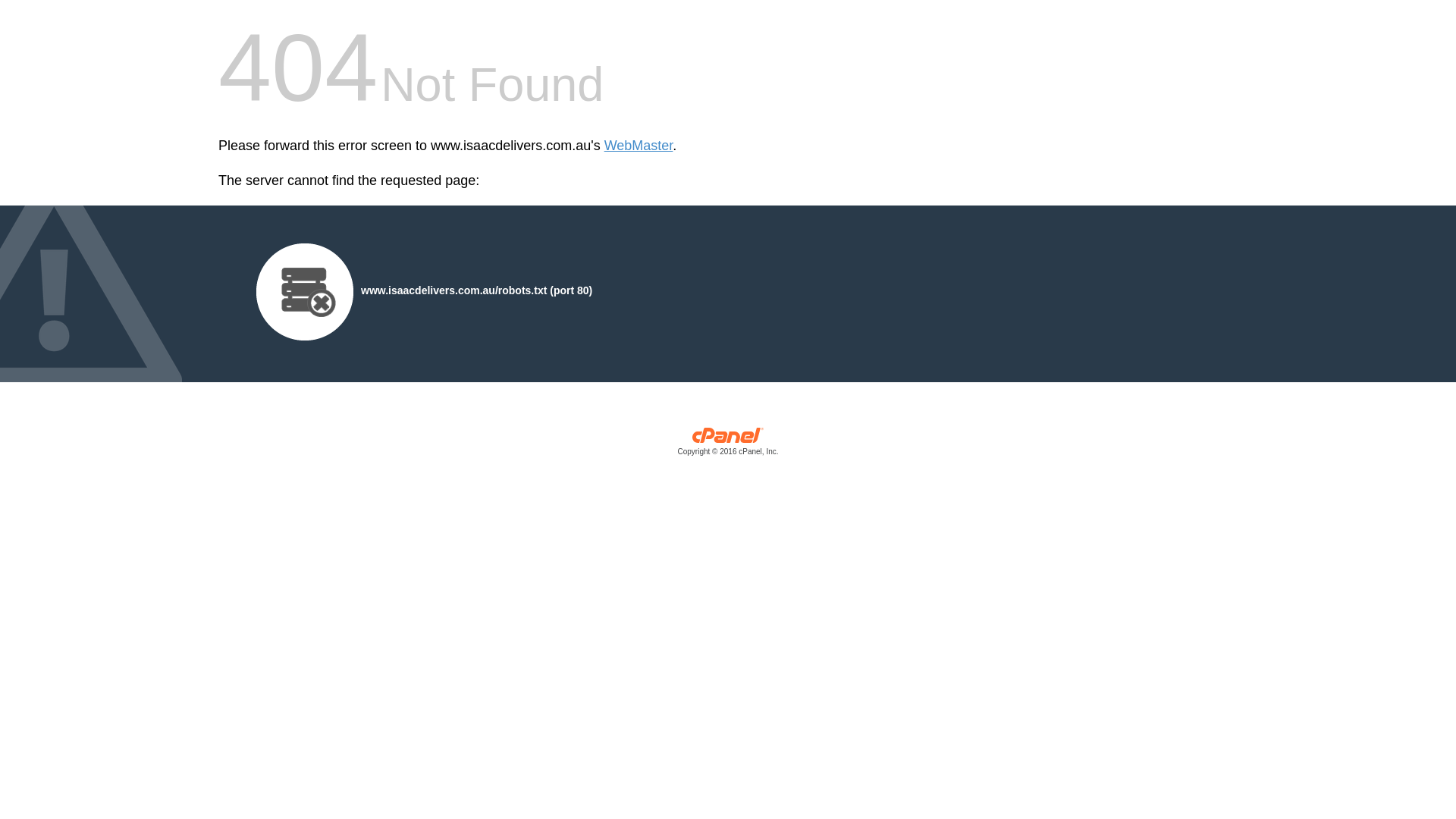 The image size is (1456, 819). I want to click on 'WebMaster', so click(639, 146).